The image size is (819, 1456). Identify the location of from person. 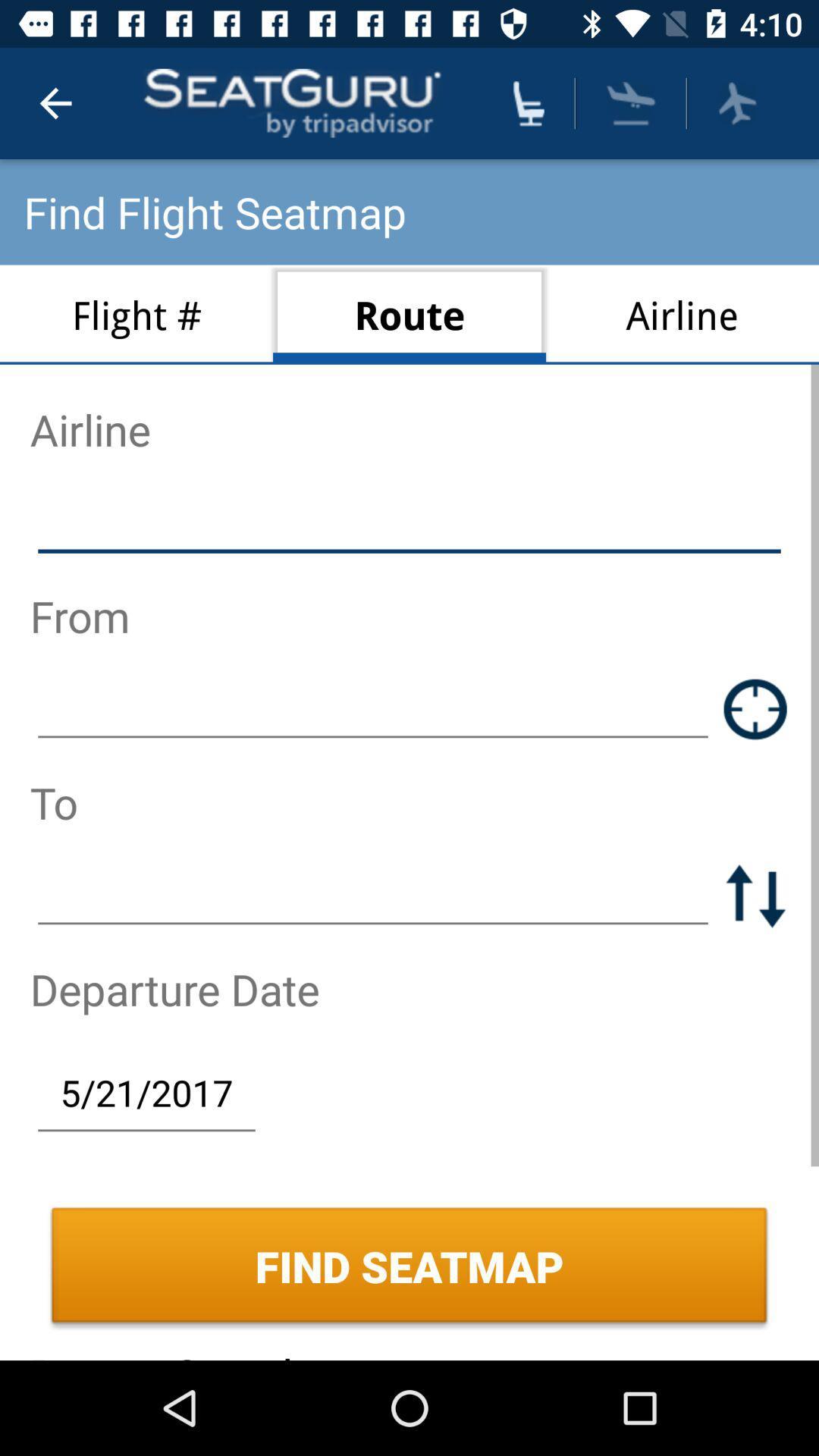
(373, 708).